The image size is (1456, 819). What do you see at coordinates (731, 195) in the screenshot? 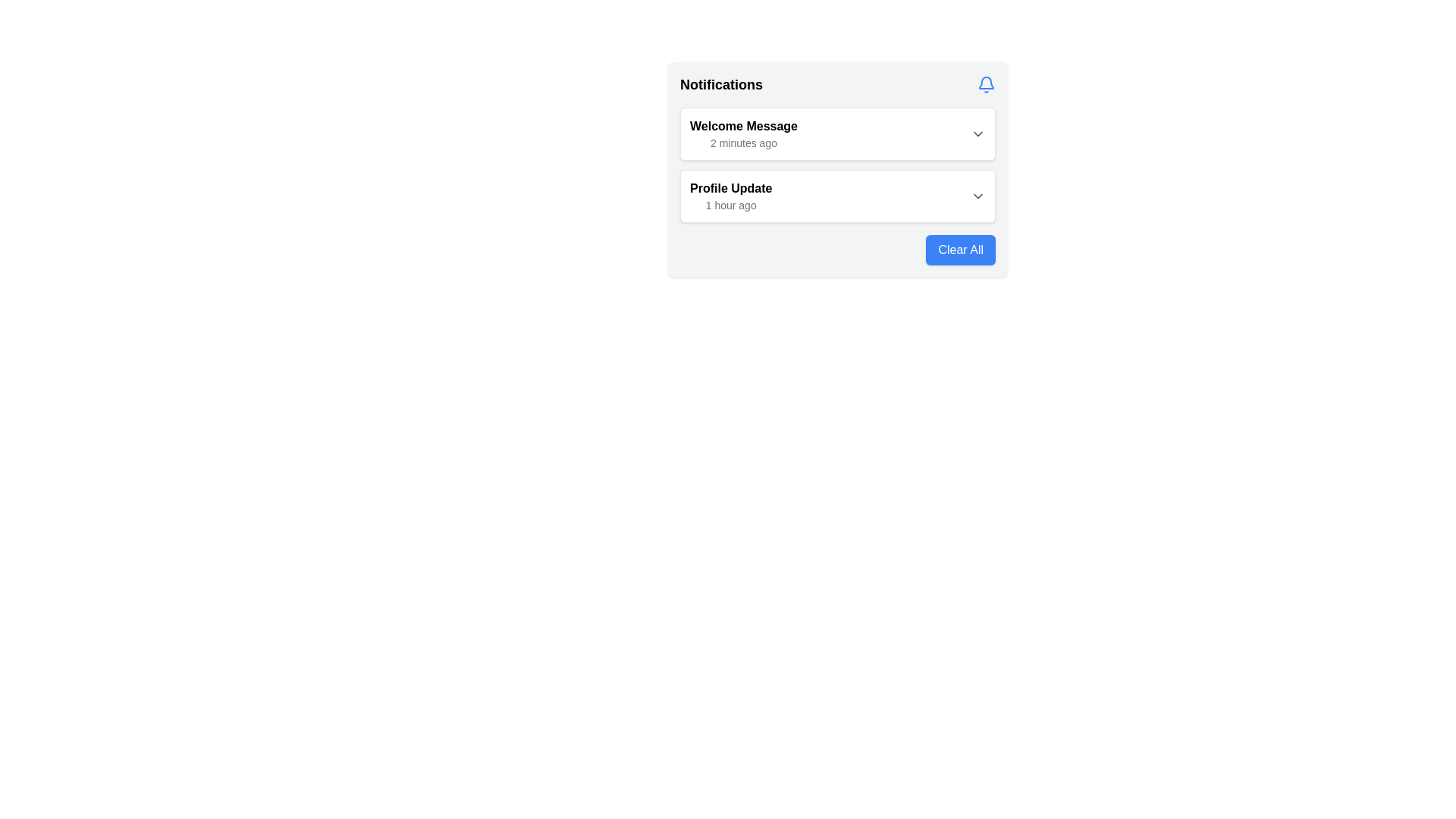
I see `text of the dual-line text label displaying 'Profile Update' and '1 hour ago' located in the lower section of the notification list, which is the second item in the list` at bounding box center [731, 195].